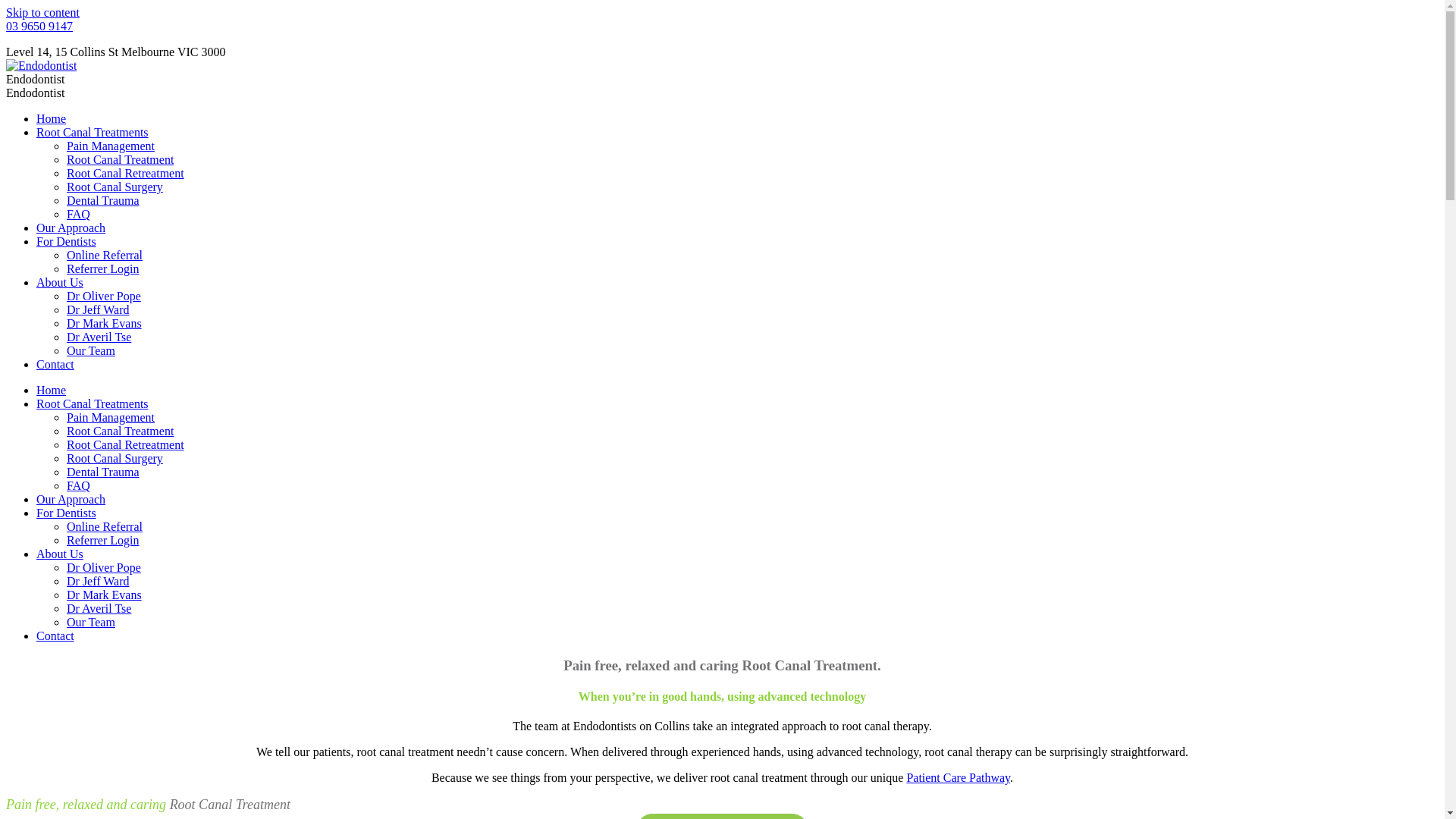 This screenshot has width=1456, height=819. I want to click on 'Root Canal Treatments', so click(91, 403).